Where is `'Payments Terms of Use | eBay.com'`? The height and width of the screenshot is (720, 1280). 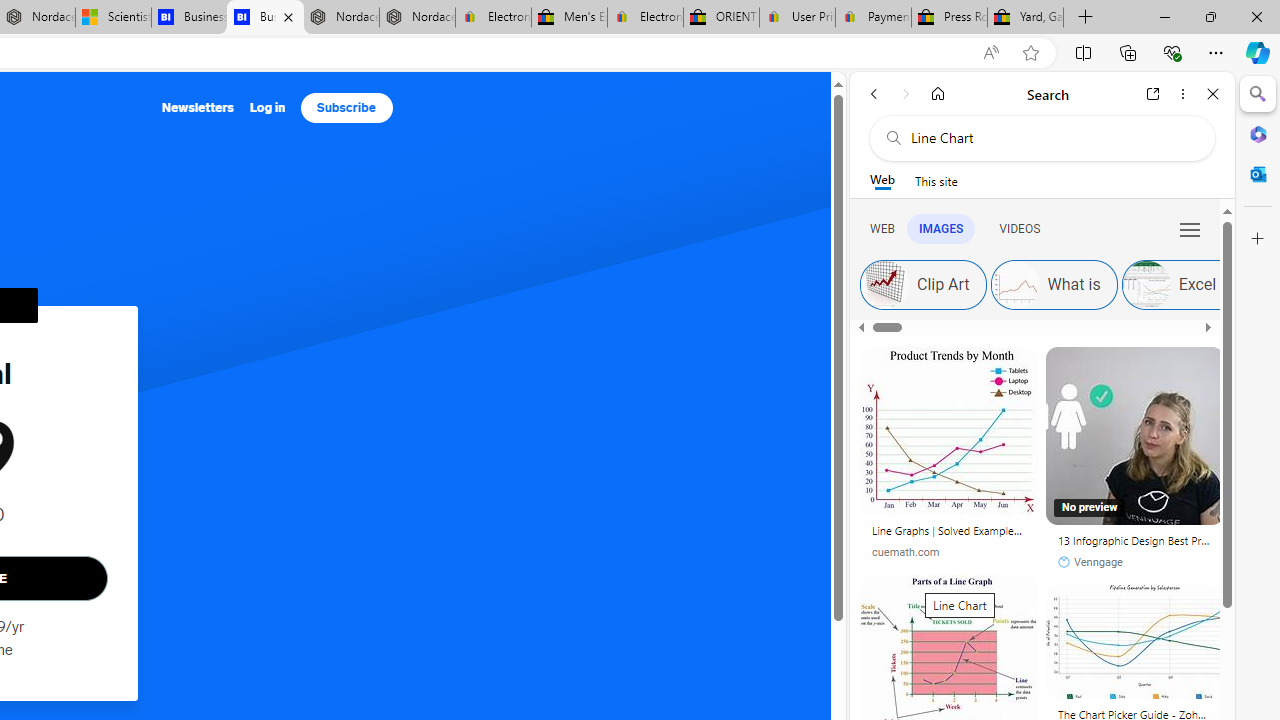 'Payments Terms of Use | eBay.com' is located at coordinates (873, 17).